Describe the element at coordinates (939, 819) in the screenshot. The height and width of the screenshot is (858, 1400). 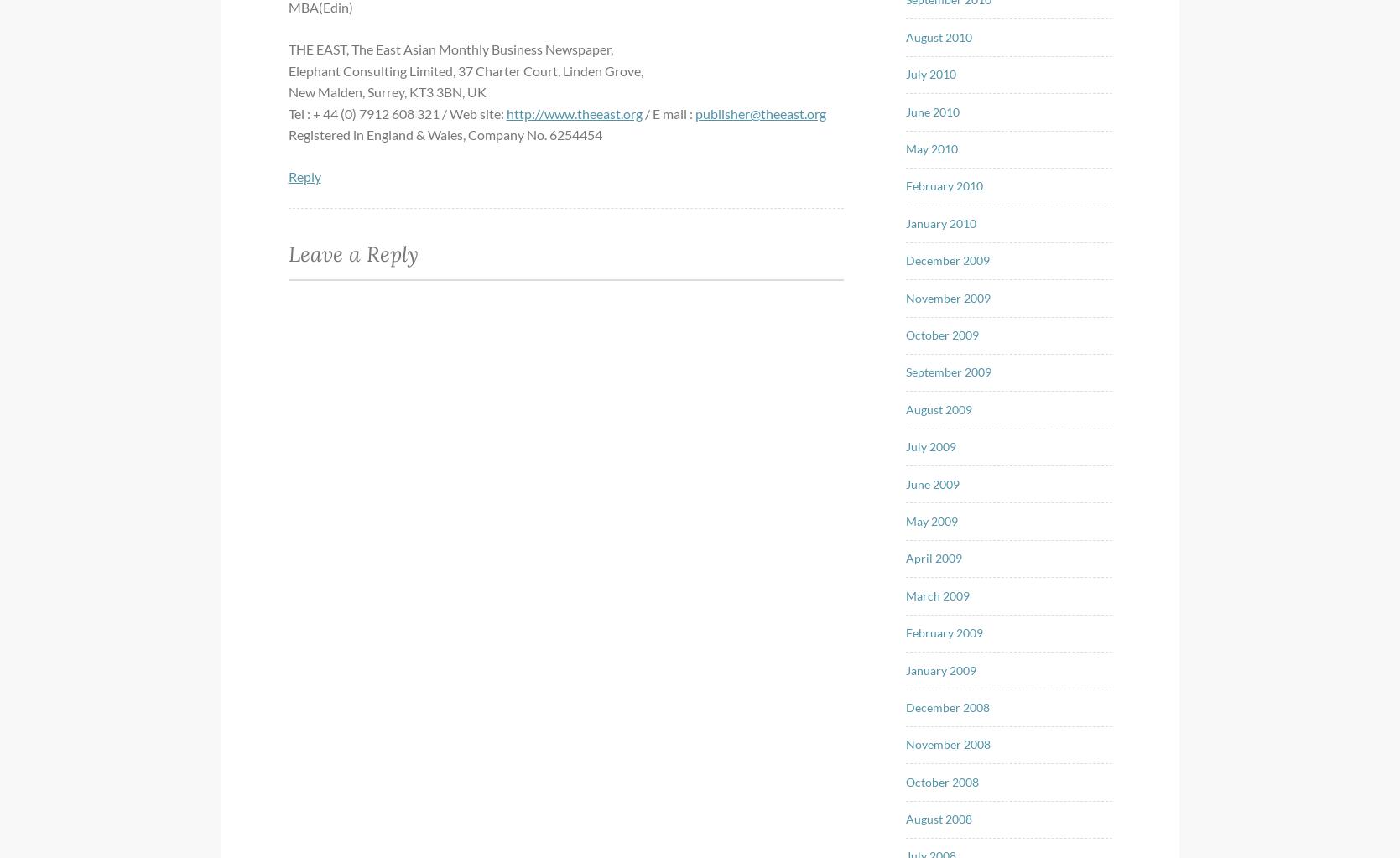
I see `'August 2008'` at that location.